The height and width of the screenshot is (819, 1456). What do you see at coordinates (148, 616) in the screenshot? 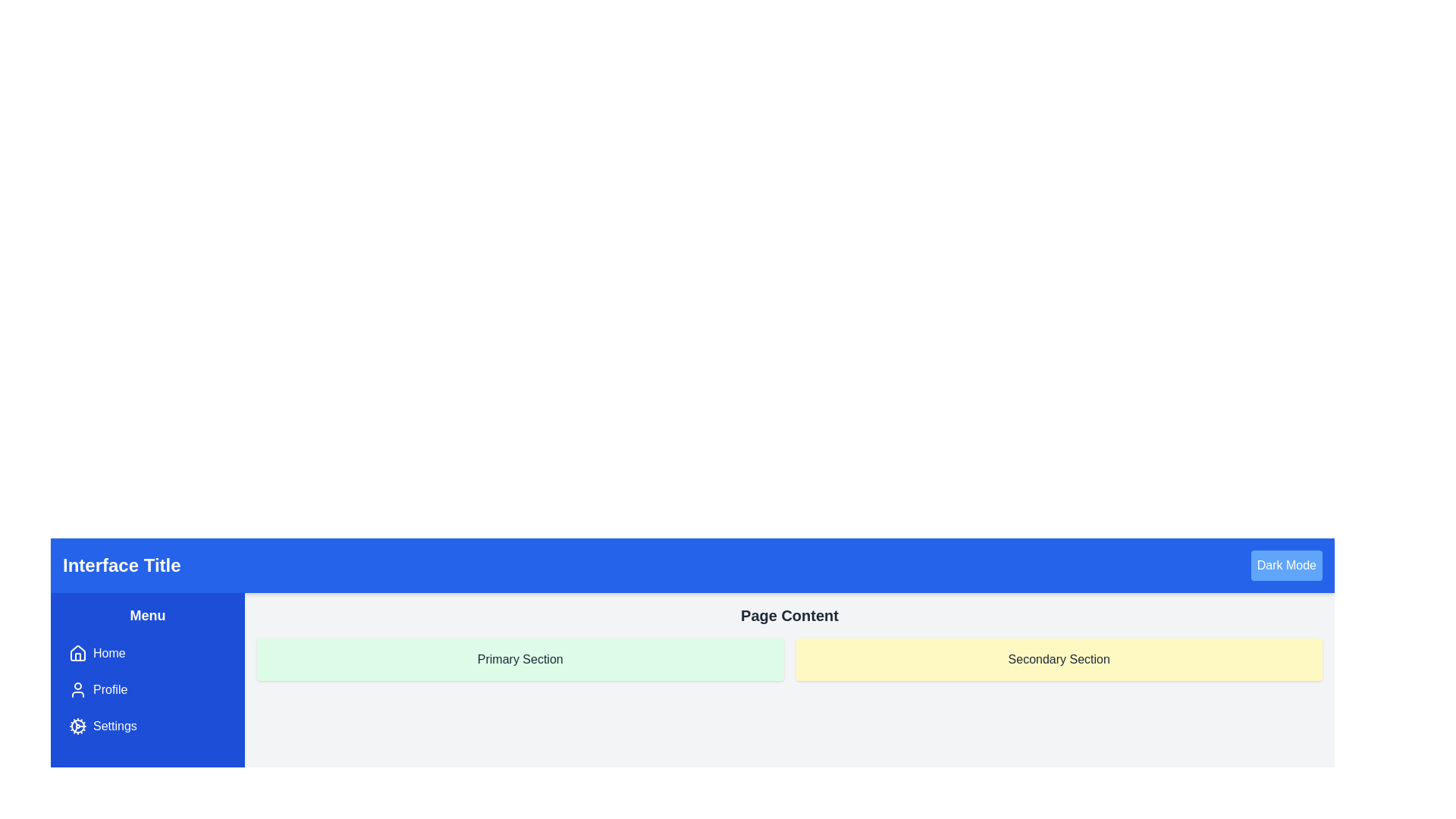
I see `the text label that serves as the title for the sidebar menu, positioned at the top of the sidebar above navigation links` at bounding box center [148, 616].